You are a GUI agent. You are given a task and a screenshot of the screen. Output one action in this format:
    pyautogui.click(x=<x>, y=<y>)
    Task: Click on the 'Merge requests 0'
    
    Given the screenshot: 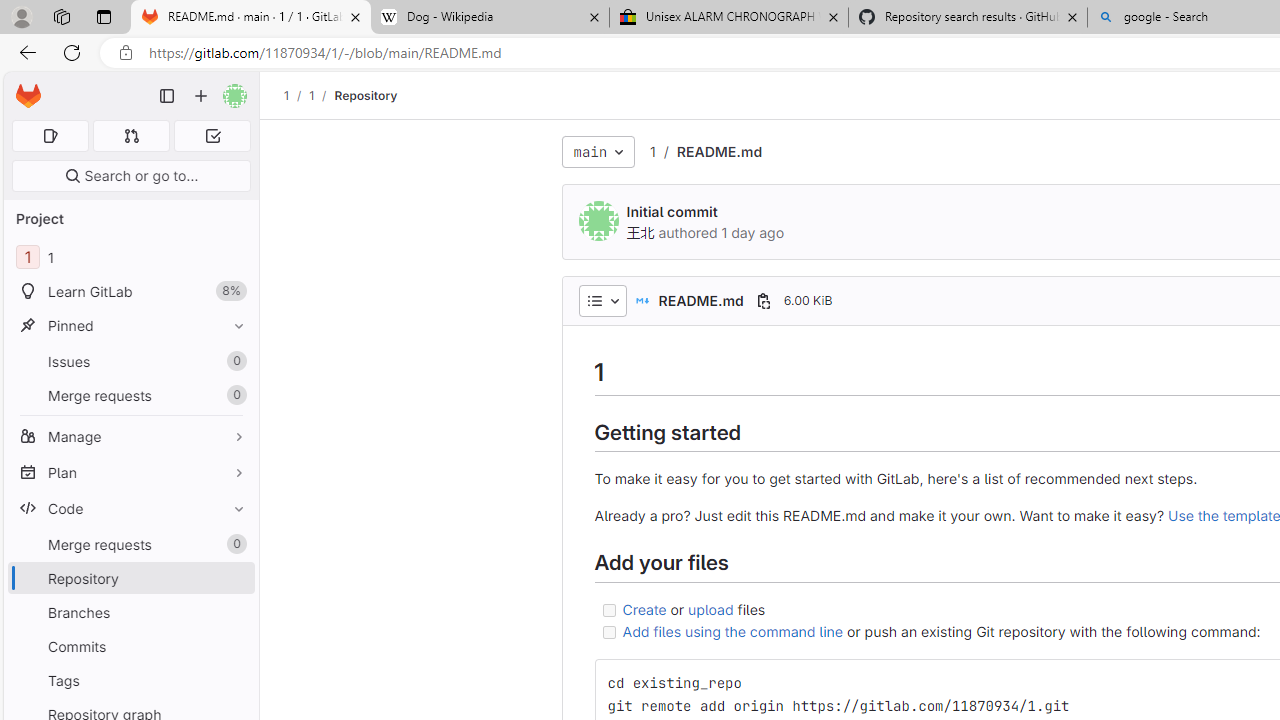 What is the action you would take?
    pyautogui.click(x=130, y=544)
    